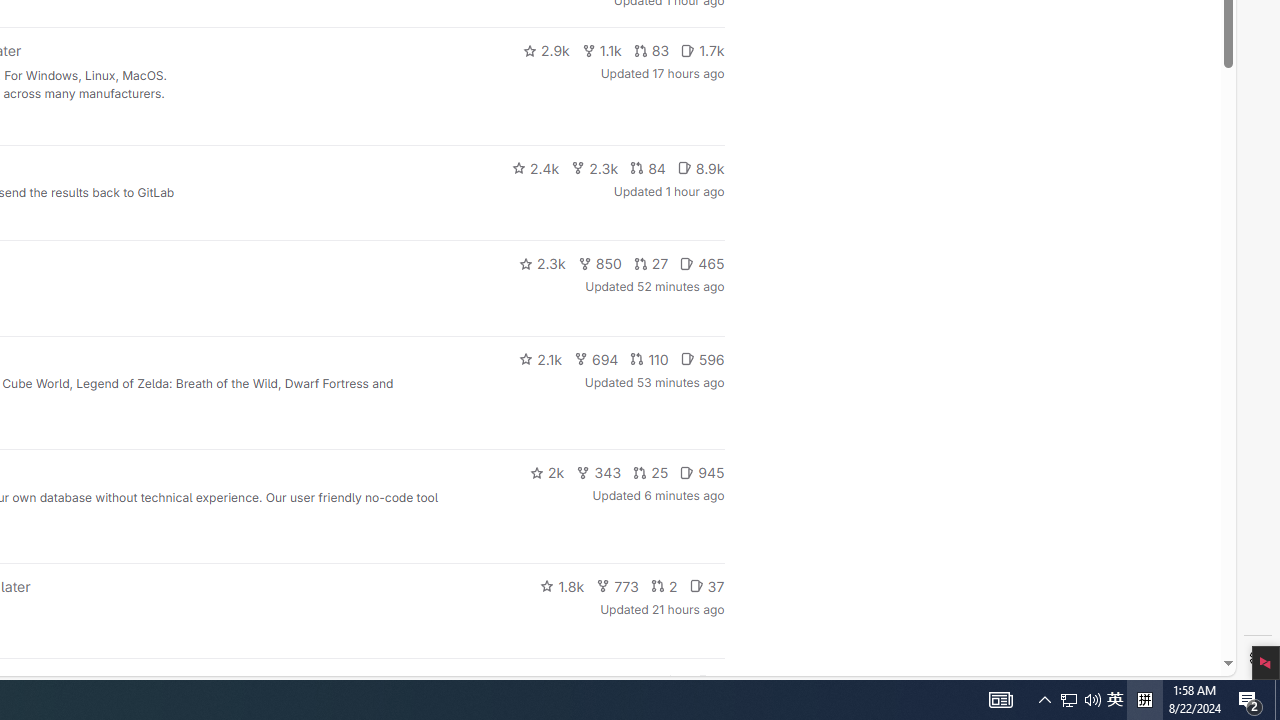 The width and height of the screenshot is (1280, 720). What do you see at coordinates (600, 50) in the screenshot?
I see `'1.1k'` at bounding box center [600, 50].